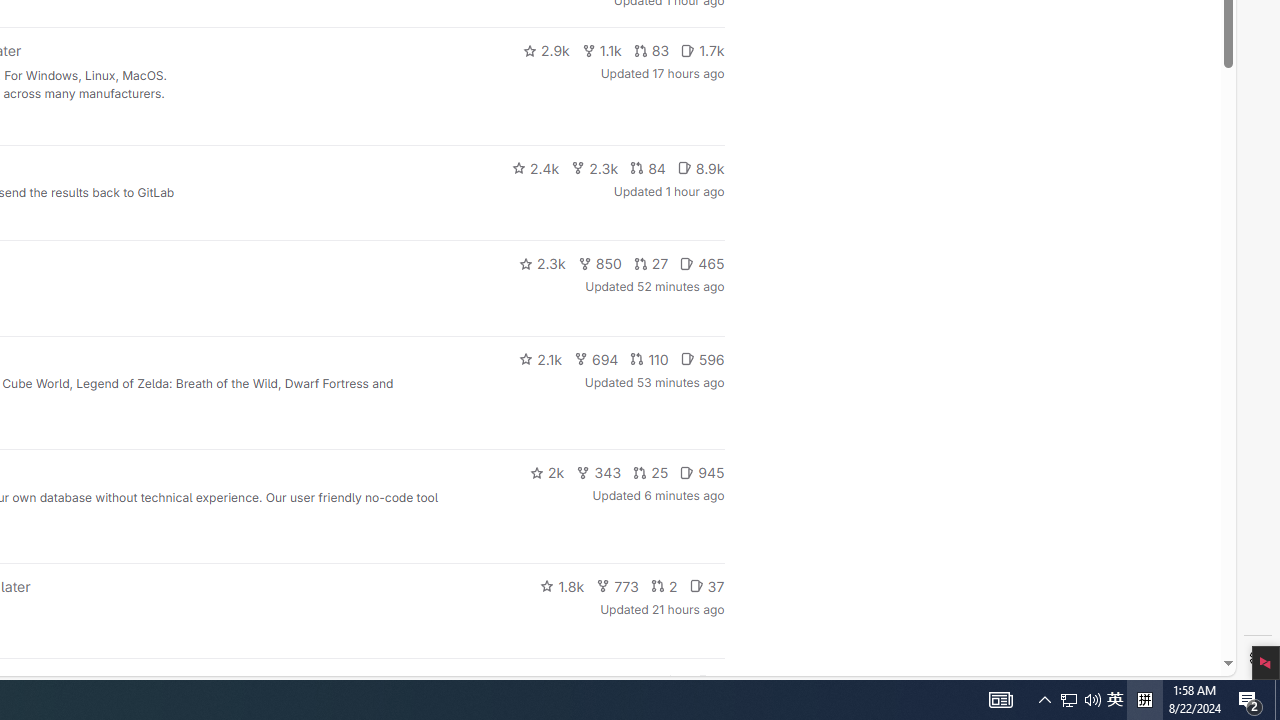 The width and height of the screenshot is (1280, 720). What do you see at coordinates (600, 50) in the screenshot?
I see `'1.1k'` at bounding box center [600, 50].